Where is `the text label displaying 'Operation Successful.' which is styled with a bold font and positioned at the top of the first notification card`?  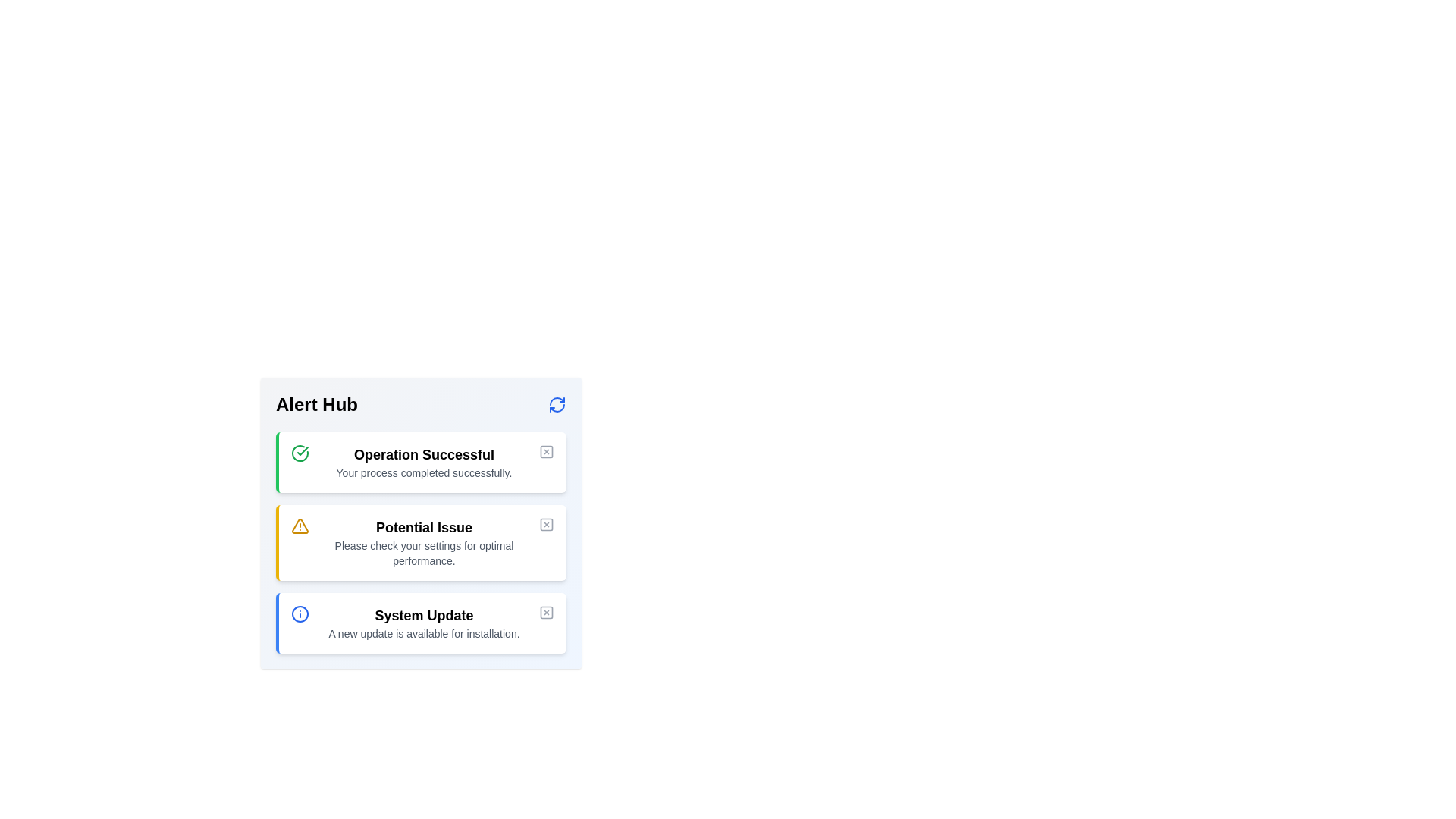 the text label displaying 'Operation Successful.' which is styled with a bold font and positioned at the top of the first notification card is located at coordinates (424, 454).